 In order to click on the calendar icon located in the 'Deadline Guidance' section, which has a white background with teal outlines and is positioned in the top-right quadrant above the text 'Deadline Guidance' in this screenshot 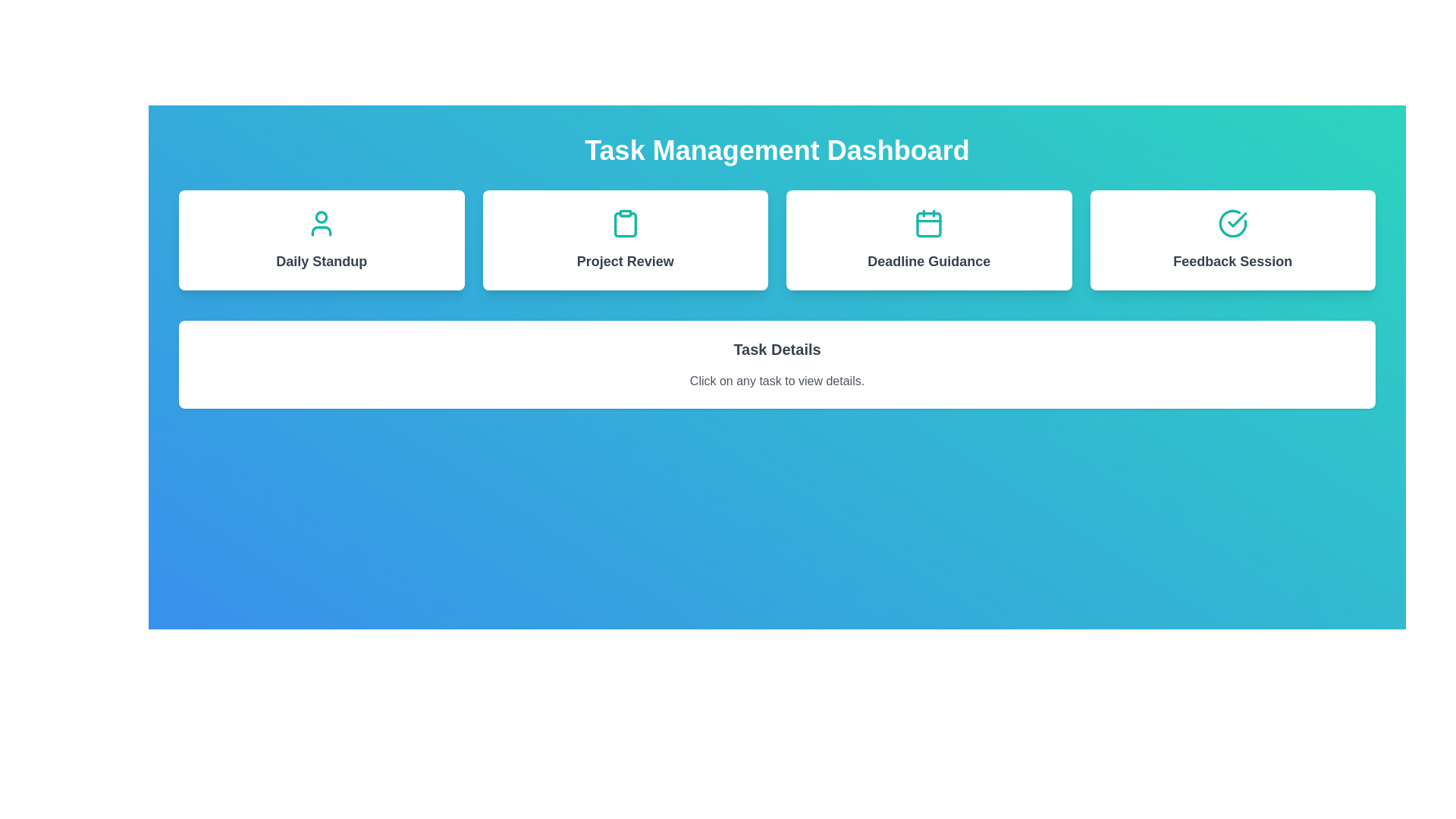, I will do `click(928, 223)`.